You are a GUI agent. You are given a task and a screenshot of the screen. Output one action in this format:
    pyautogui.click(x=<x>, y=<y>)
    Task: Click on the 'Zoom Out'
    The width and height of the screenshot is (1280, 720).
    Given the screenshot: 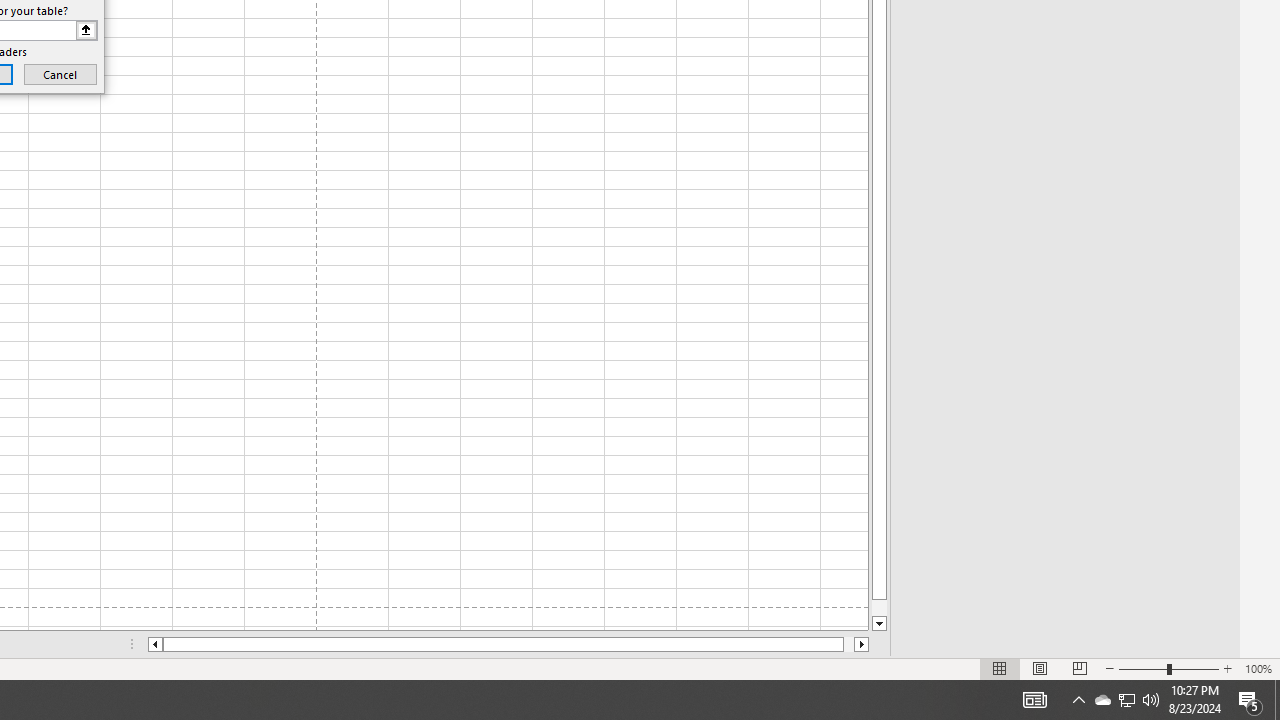 What is the action you would take?
    pyautogui.click(x=1143, y=669)
    